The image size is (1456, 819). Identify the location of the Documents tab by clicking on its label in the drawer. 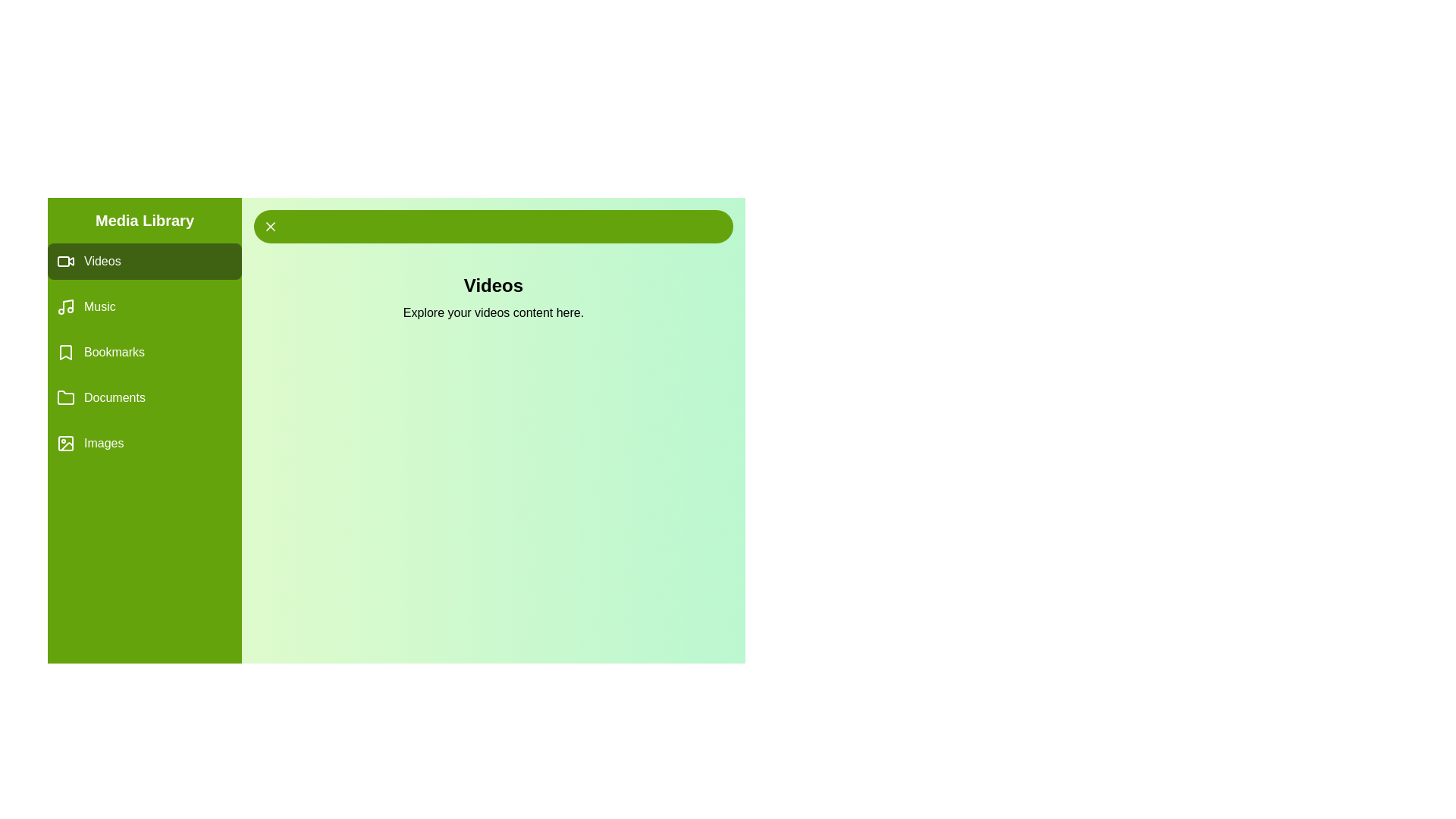
(145, 397).